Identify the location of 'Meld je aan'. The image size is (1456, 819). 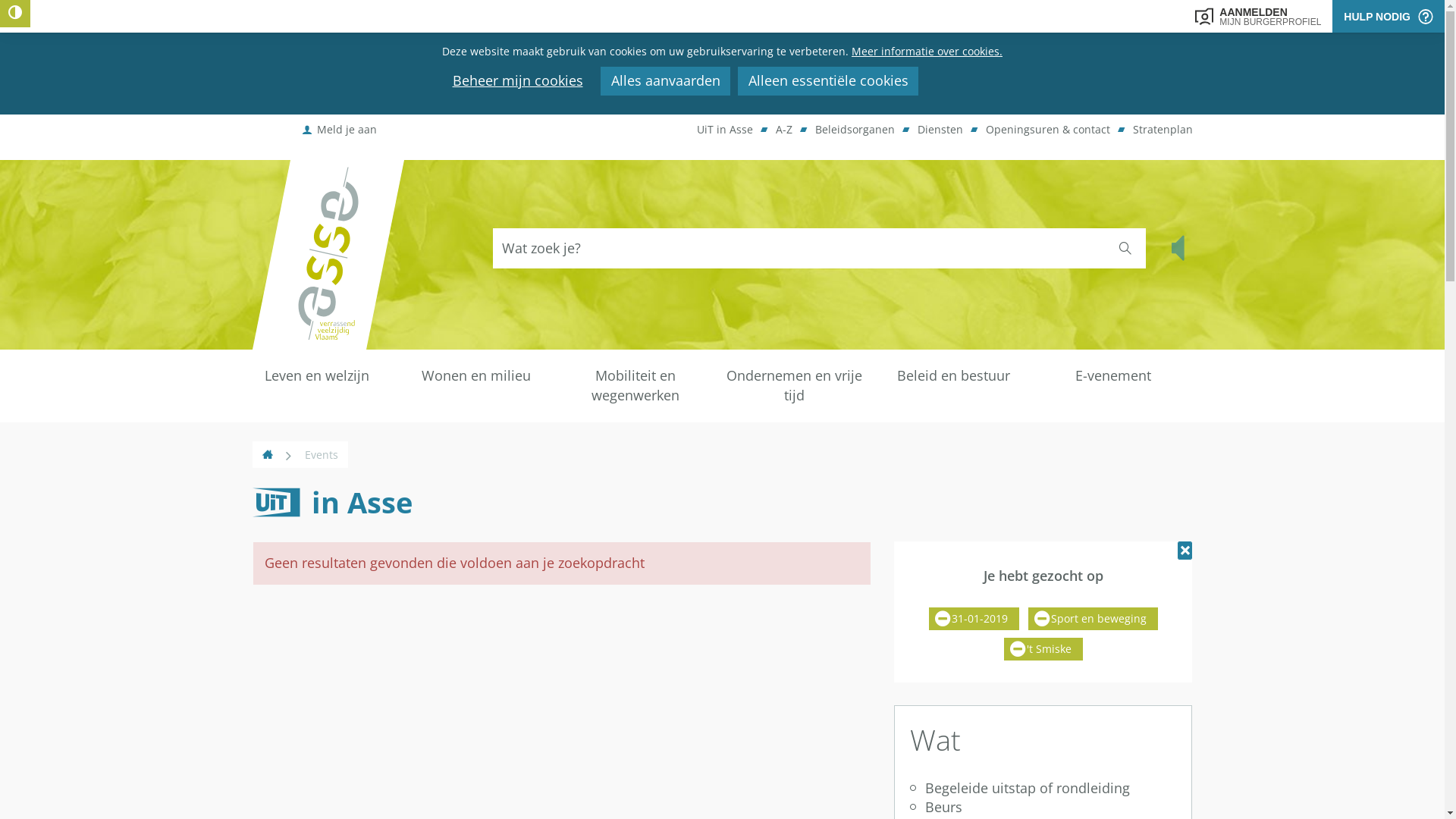
(340, 129).